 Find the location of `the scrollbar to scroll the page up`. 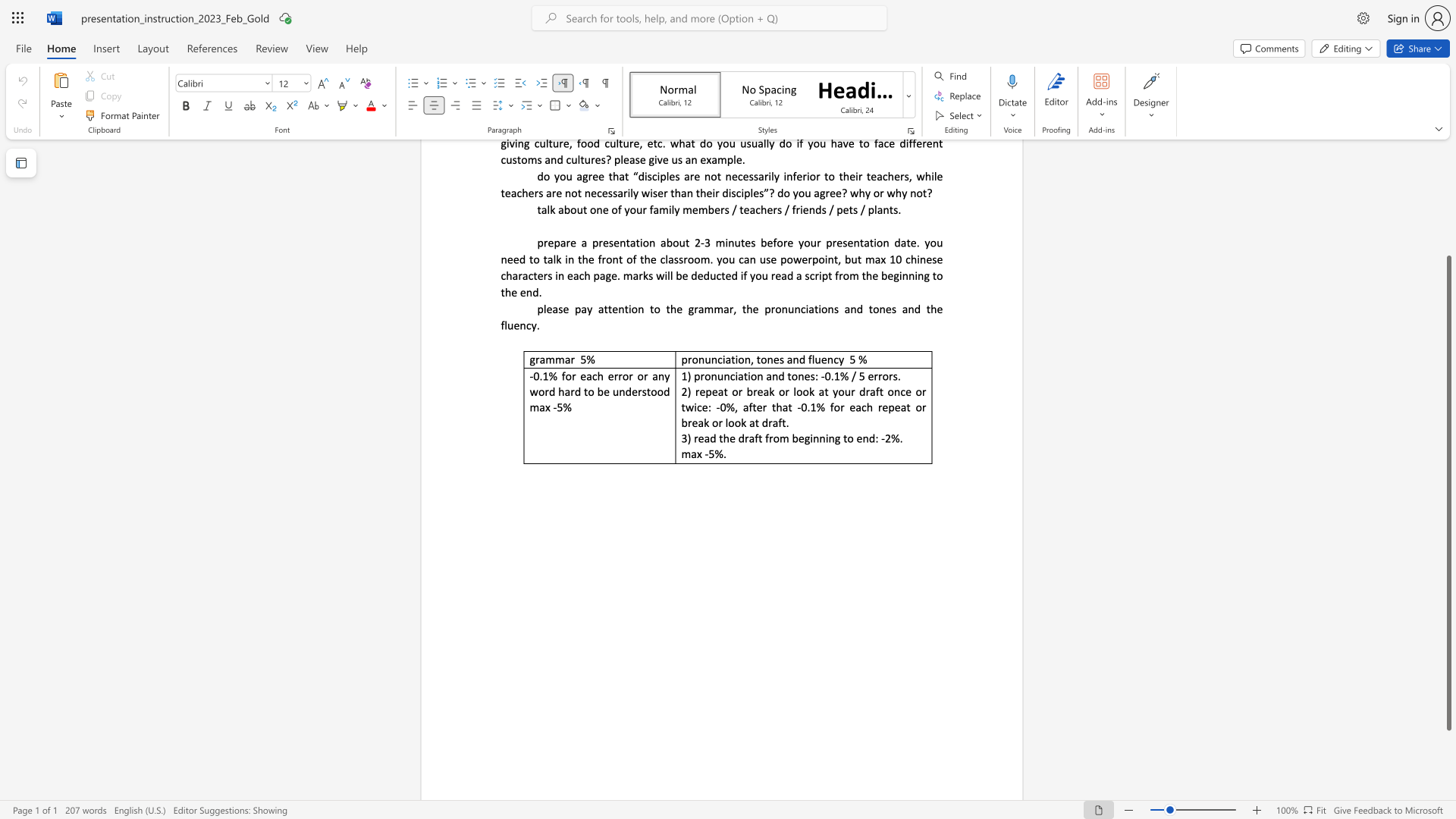

the scrollbar to scroll the page up is located at coordinates (1448, 242).